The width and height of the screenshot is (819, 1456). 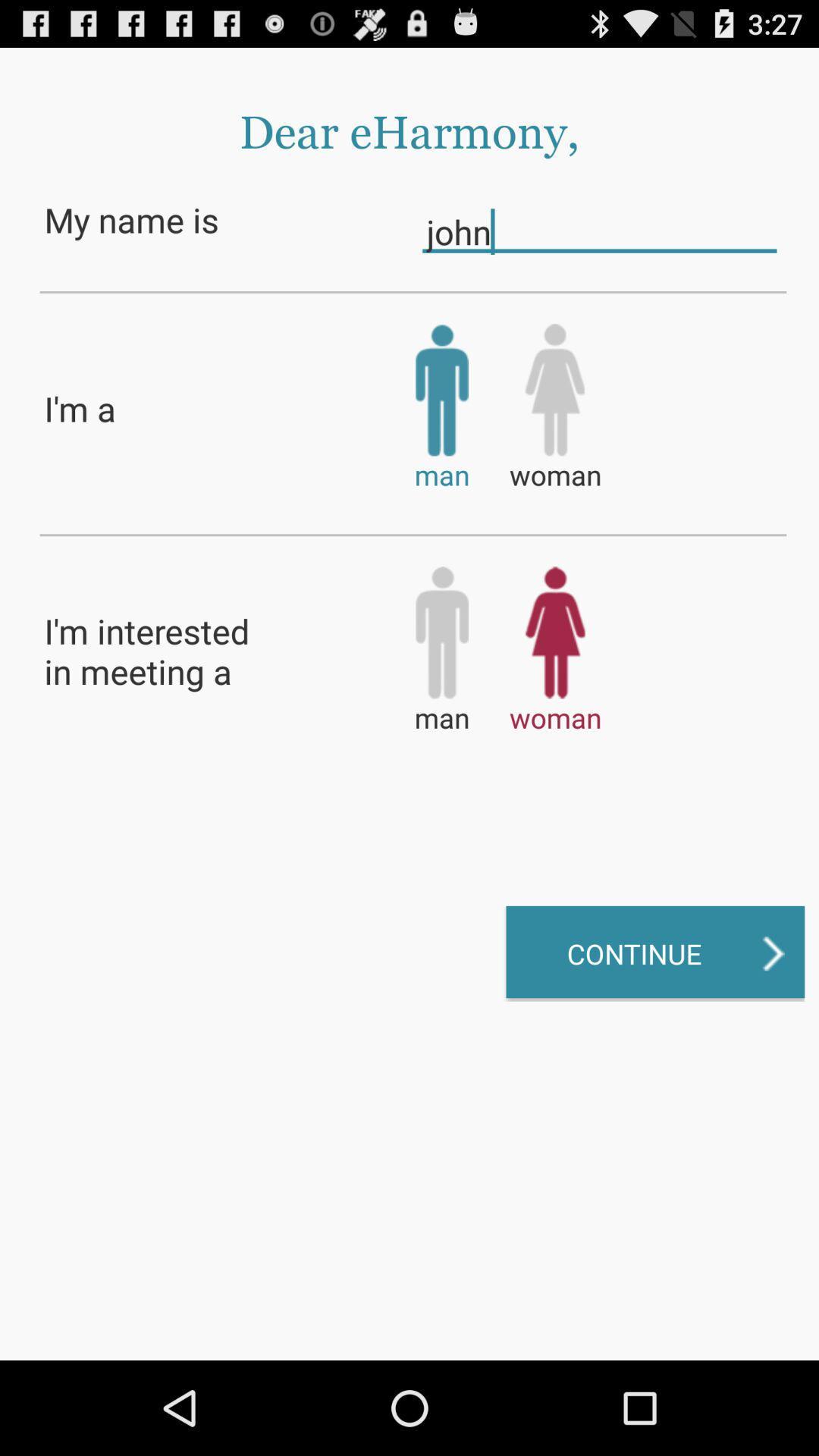 I want to click on icon next to my name is icon, so click(x=598, y=231).